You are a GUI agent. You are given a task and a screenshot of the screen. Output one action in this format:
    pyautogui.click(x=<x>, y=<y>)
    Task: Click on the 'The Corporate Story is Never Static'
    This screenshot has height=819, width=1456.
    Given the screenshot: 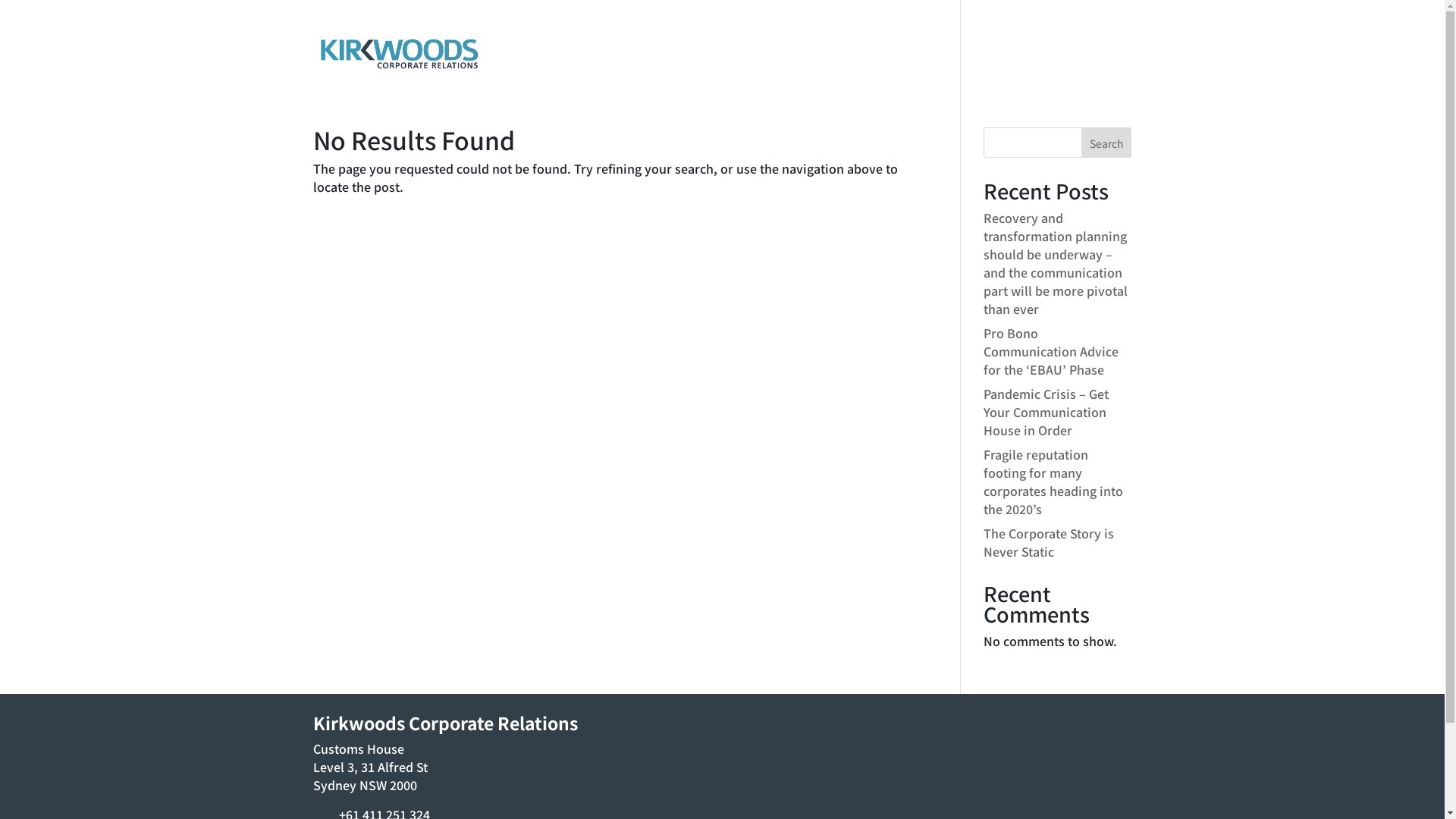 What is the action you would take?
    pyautogui.click(x=983, y=541)
    